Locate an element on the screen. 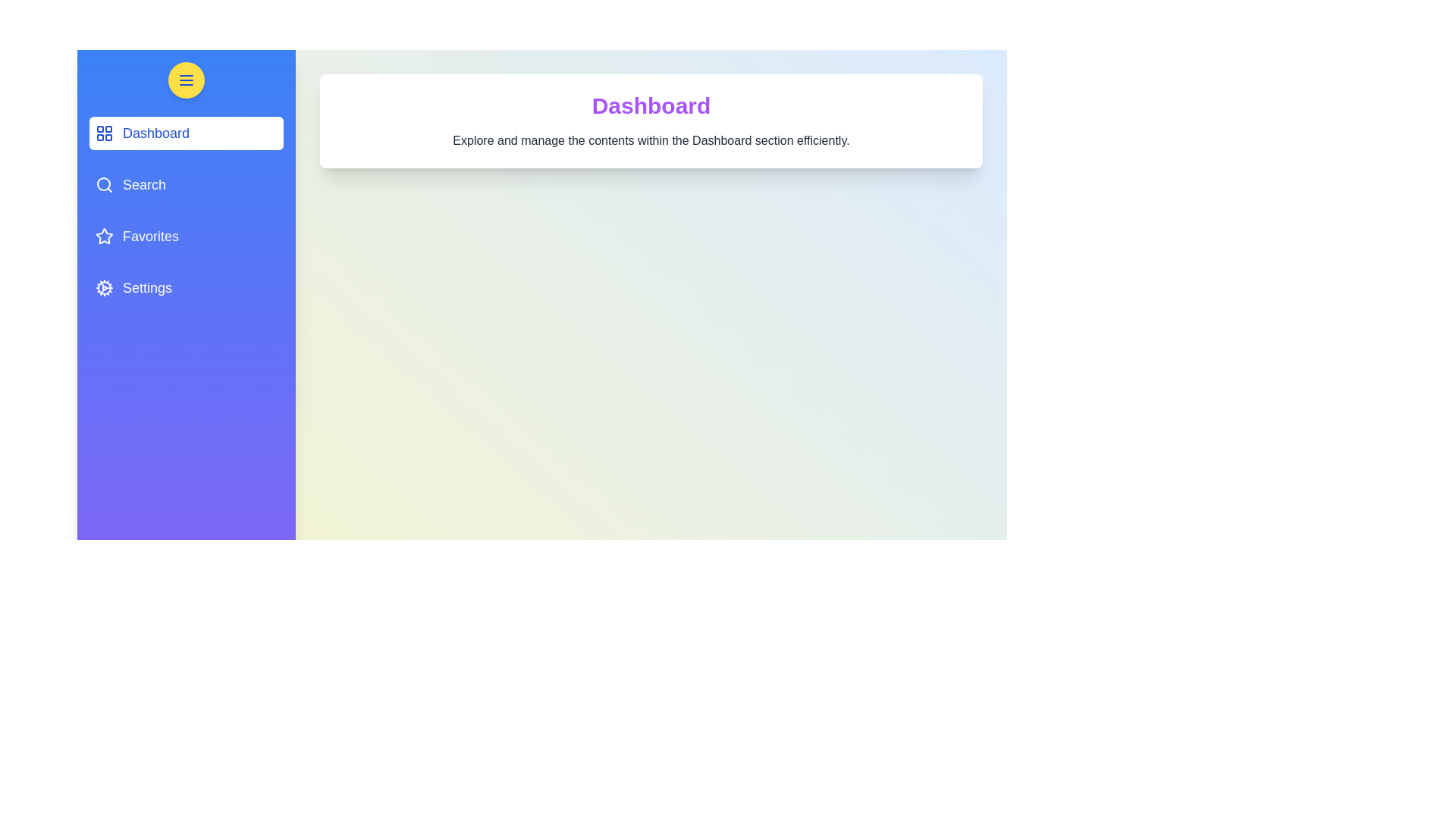 The image size is (1456, 819). the navigation item labeled Search to view its hover effect is located at coordinates (185, 184).